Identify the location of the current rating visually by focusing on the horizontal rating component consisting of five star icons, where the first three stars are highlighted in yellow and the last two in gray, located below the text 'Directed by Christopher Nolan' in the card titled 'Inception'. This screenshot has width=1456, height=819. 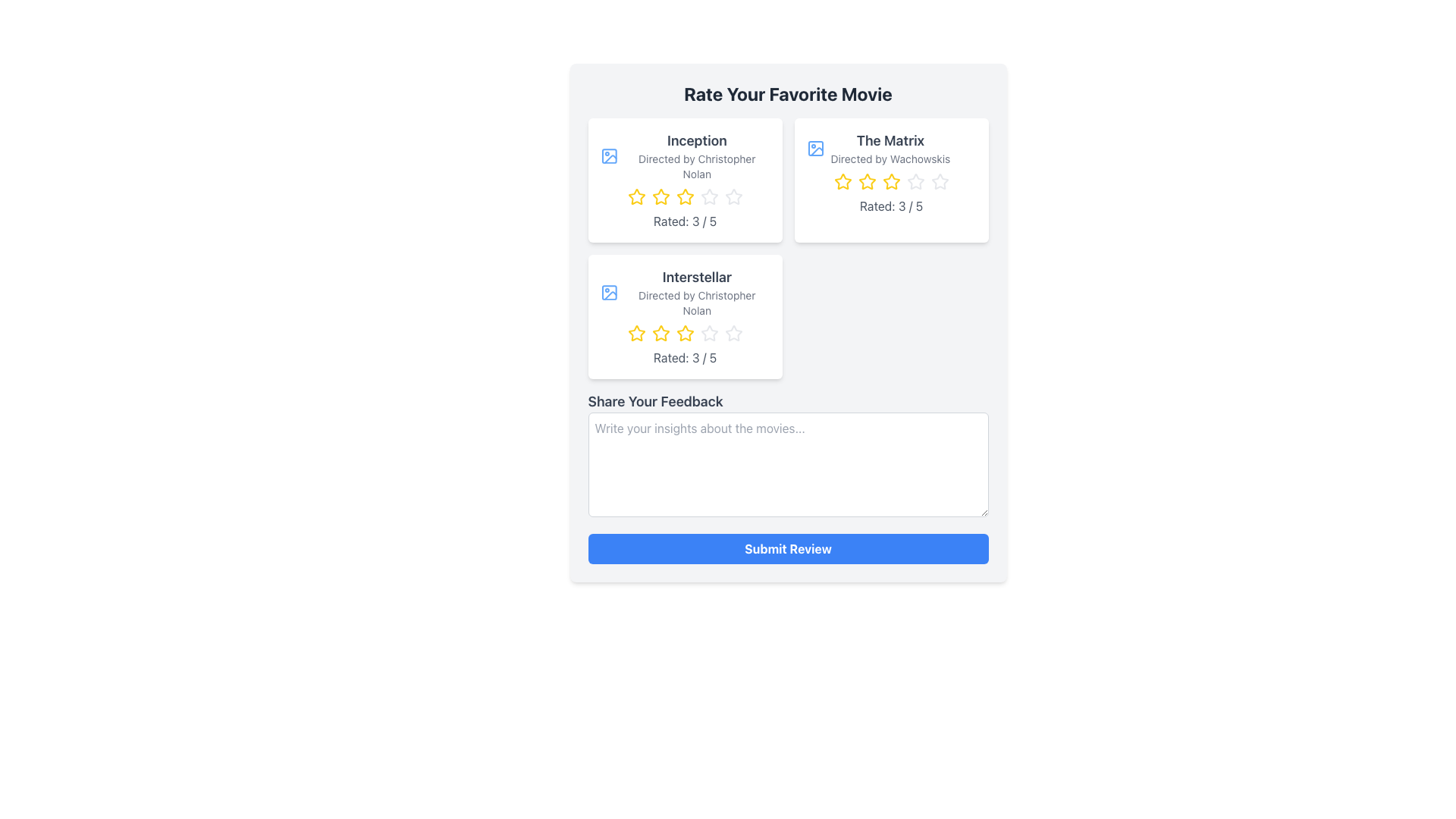
(684, 196).